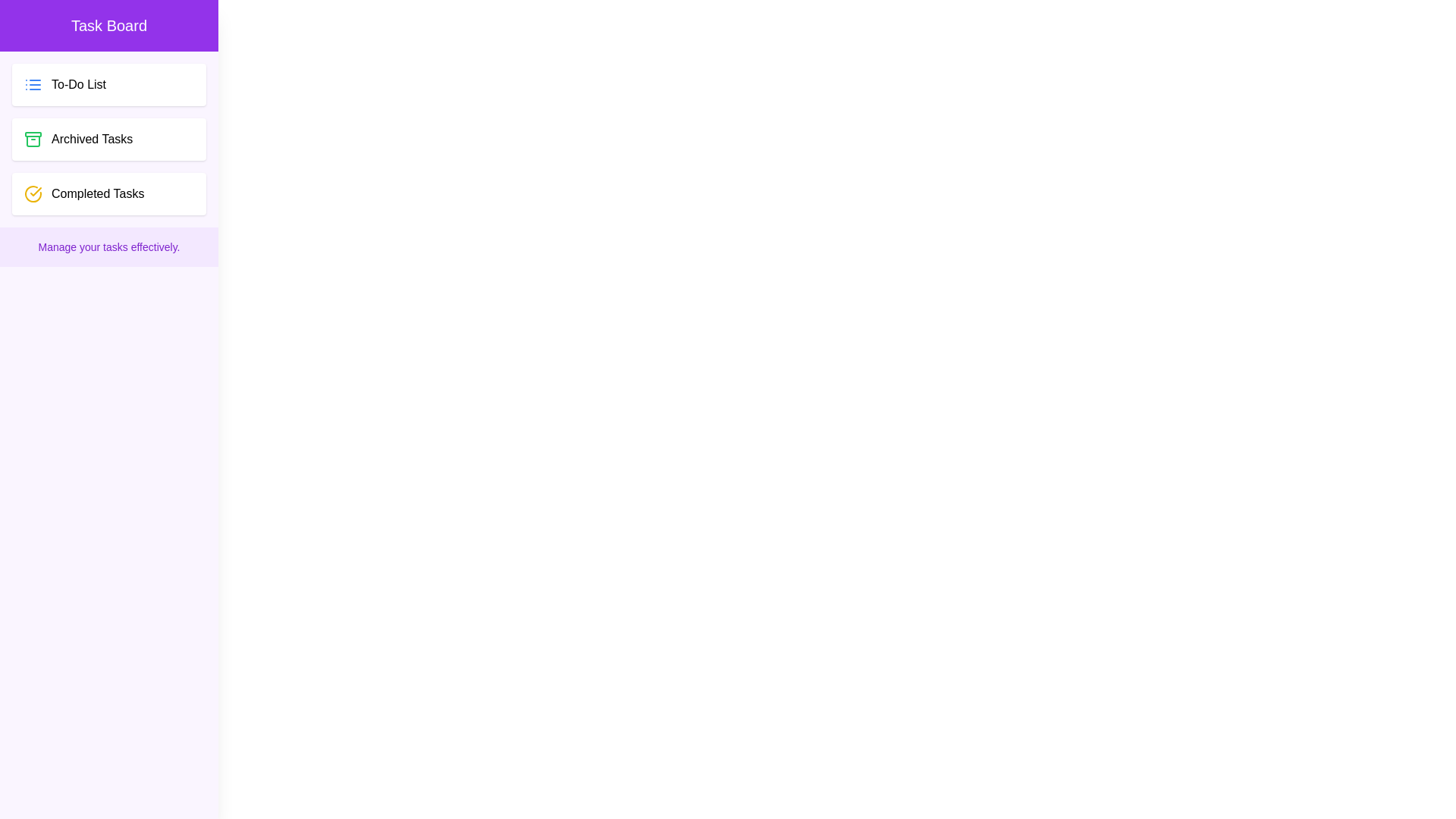 This screenshot has width=1456, height=819. I want to click on the 'To-Do List' item to view its contents, so click(108, 84).